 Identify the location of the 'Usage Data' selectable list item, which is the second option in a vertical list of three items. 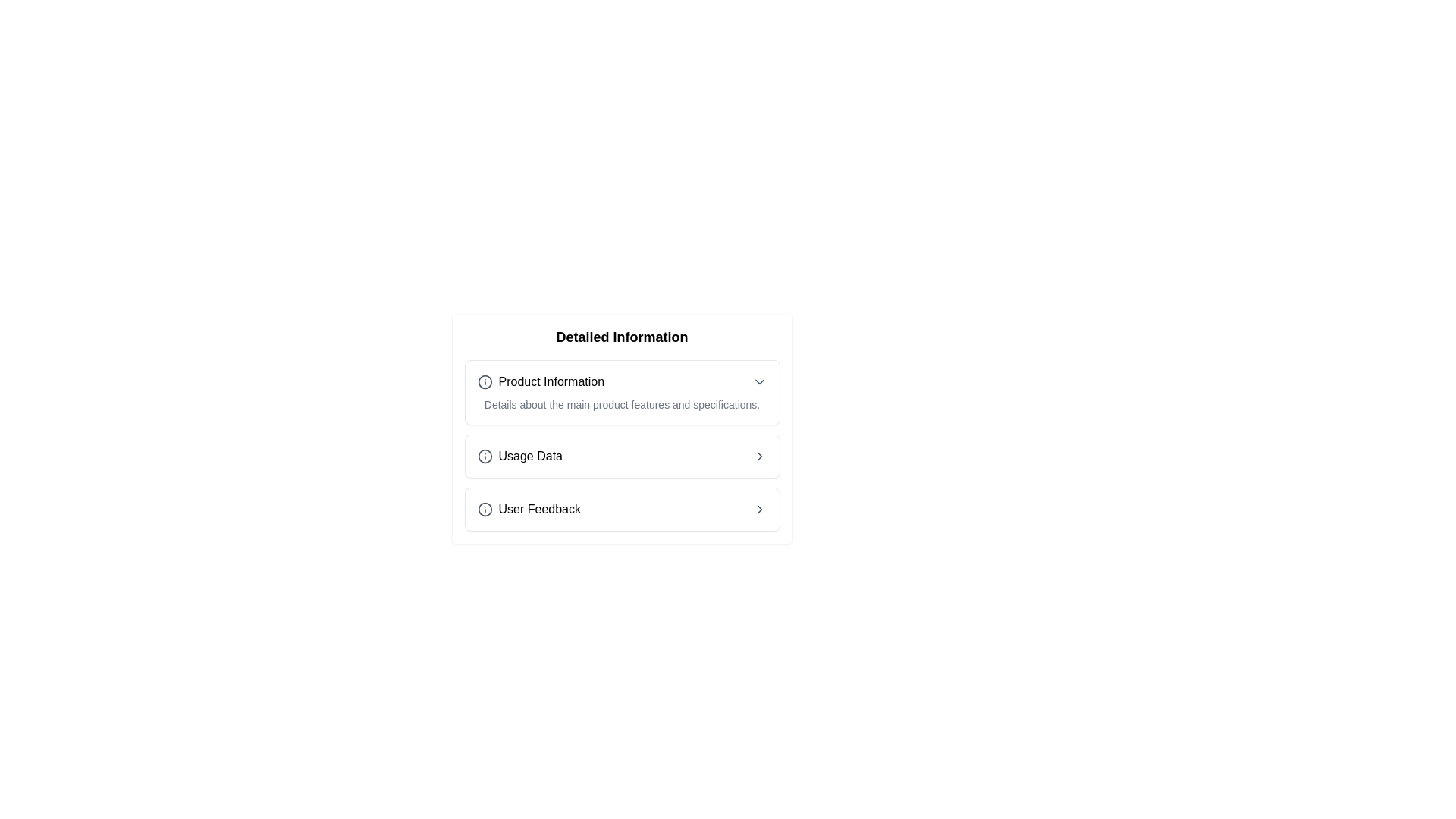
(622, 455).